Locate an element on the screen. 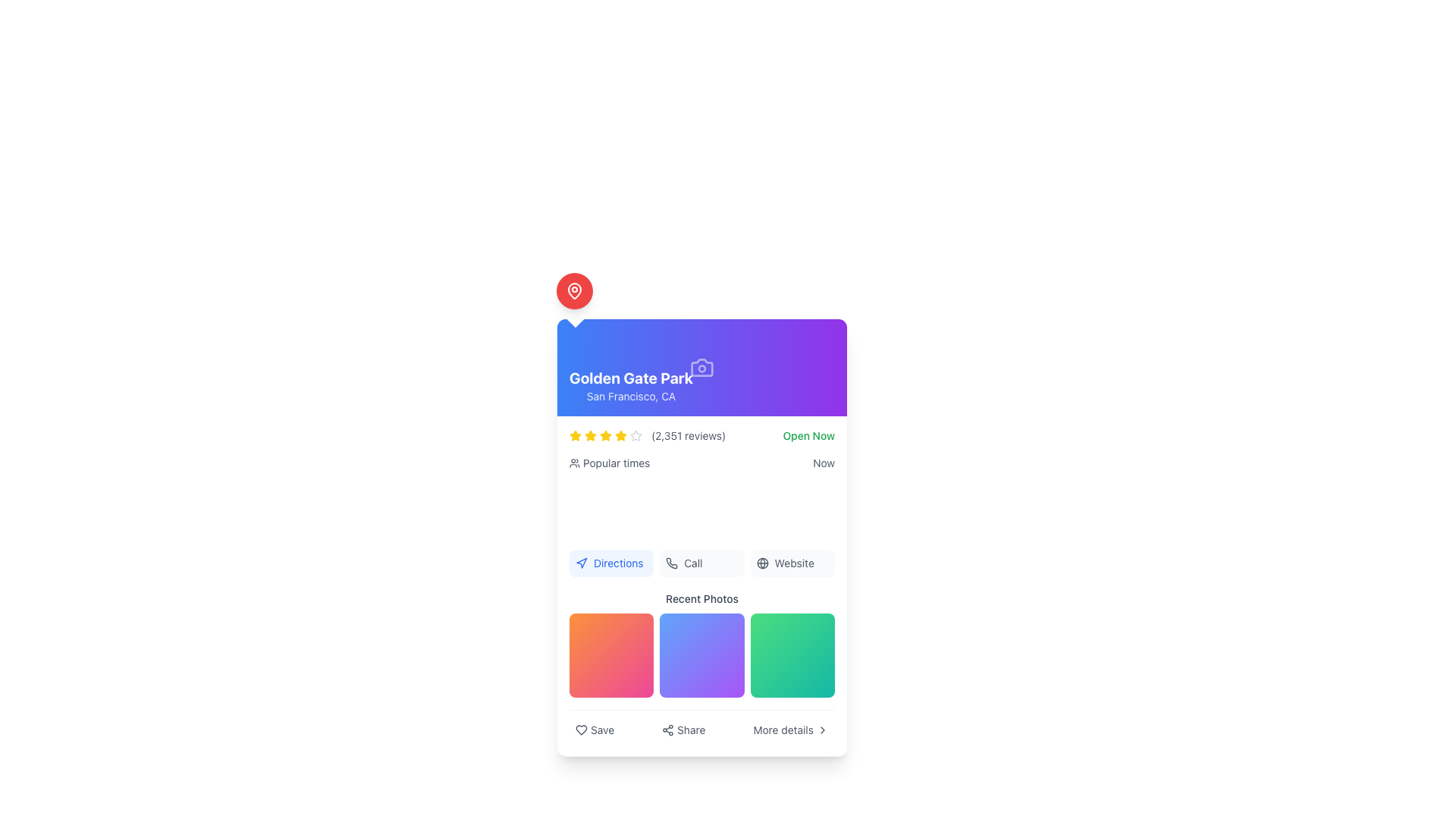 The image size is (1456, 819). label indicating the function of the associated button, which is to initiate a telephone call when clicked, positioned centrally within the rounded button at the bottom section of the card is located at coordinates (692, 563).